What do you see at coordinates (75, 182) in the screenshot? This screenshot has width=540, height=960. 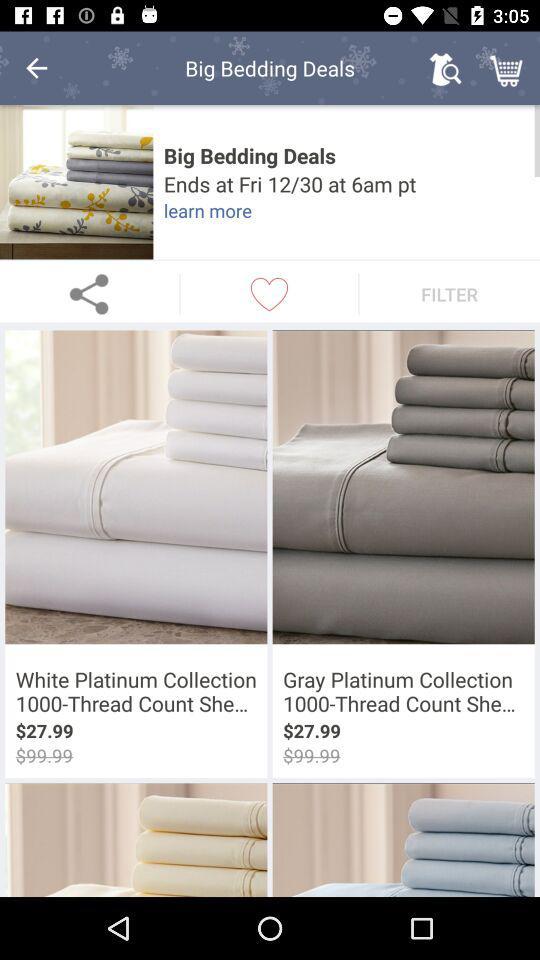 I see `show pictures` at bounding box center [75, 182].